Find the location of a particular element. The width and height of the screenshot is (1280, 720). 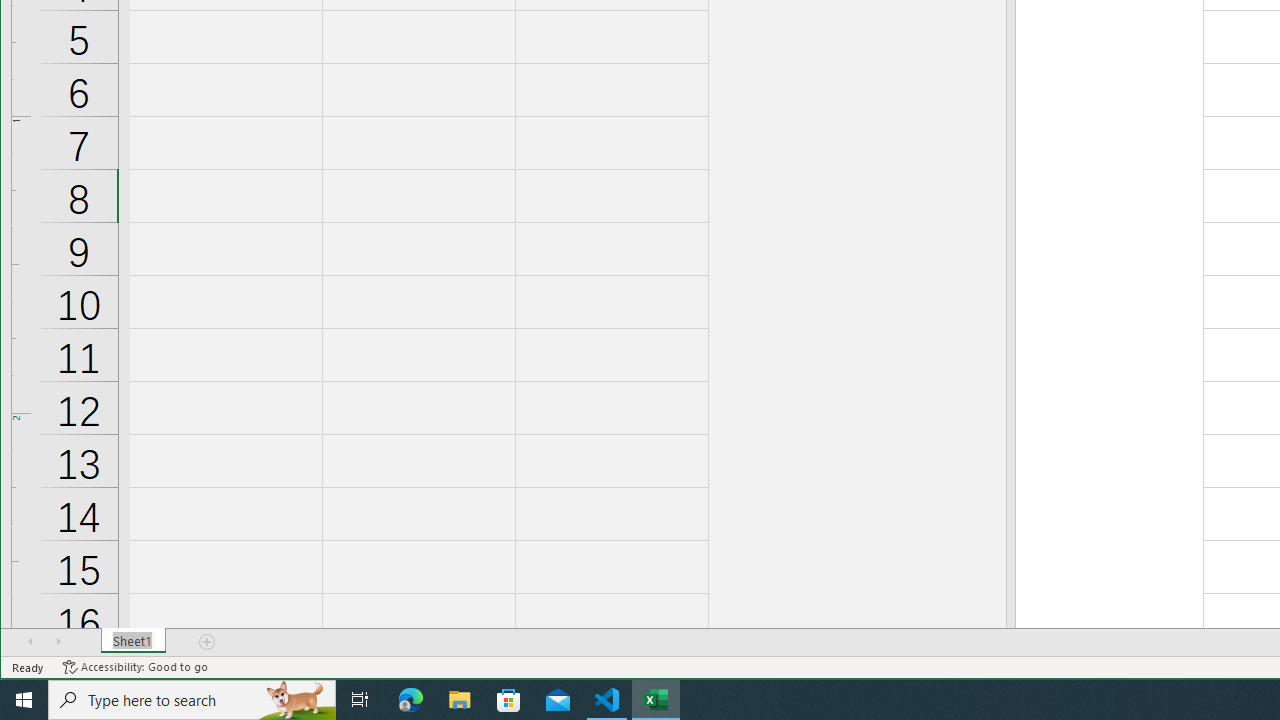

'Excel - 1 running window' is located at coordinates (656, 698).